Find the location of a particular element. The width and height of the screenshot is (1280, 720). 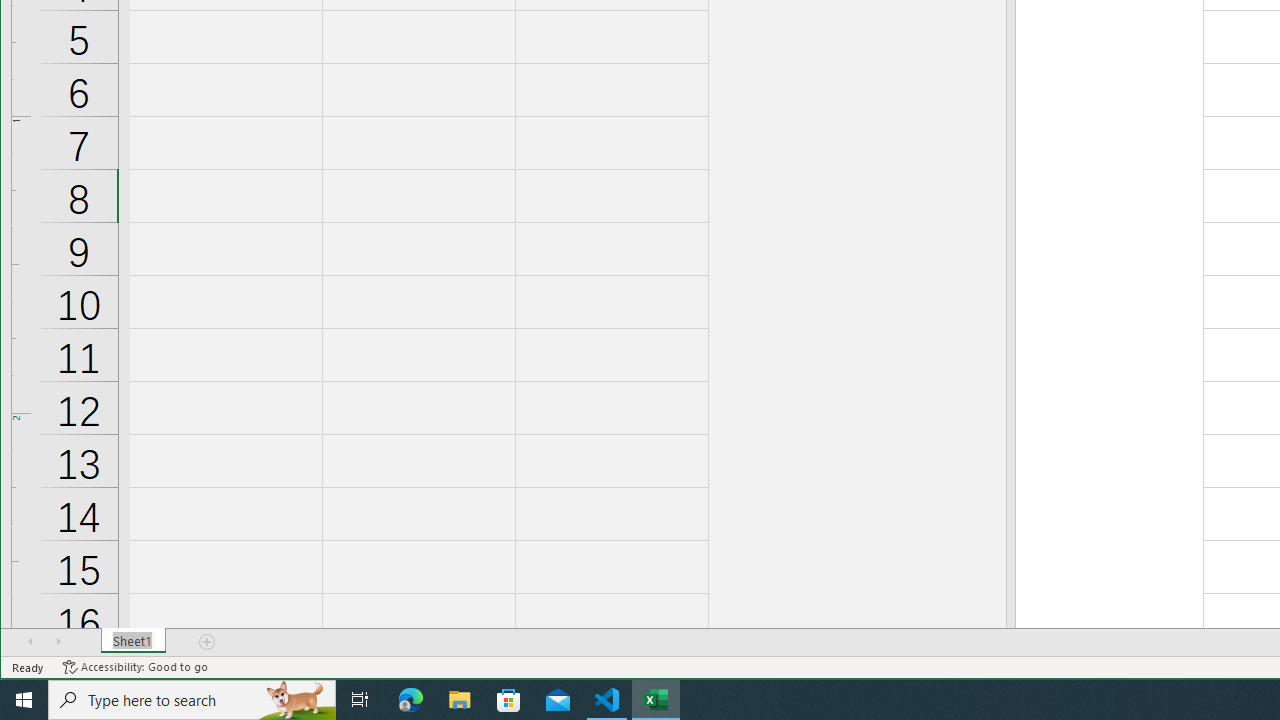

'Excel - 1 running window' is located at coordinates (656, 698).